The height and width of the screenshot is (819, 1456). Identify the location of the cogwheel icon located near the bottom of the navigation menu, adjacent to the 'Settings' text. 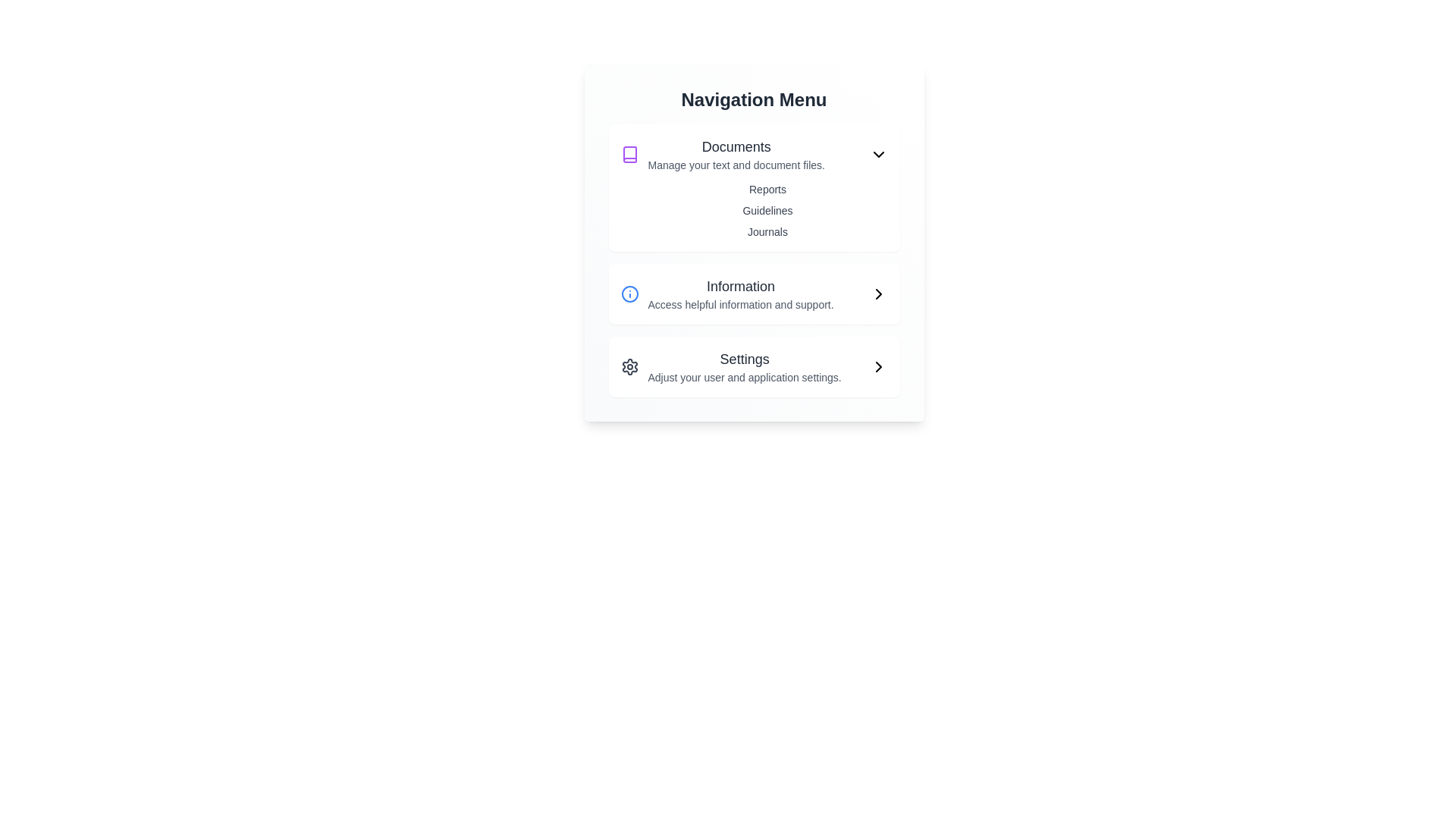
(629, 366).